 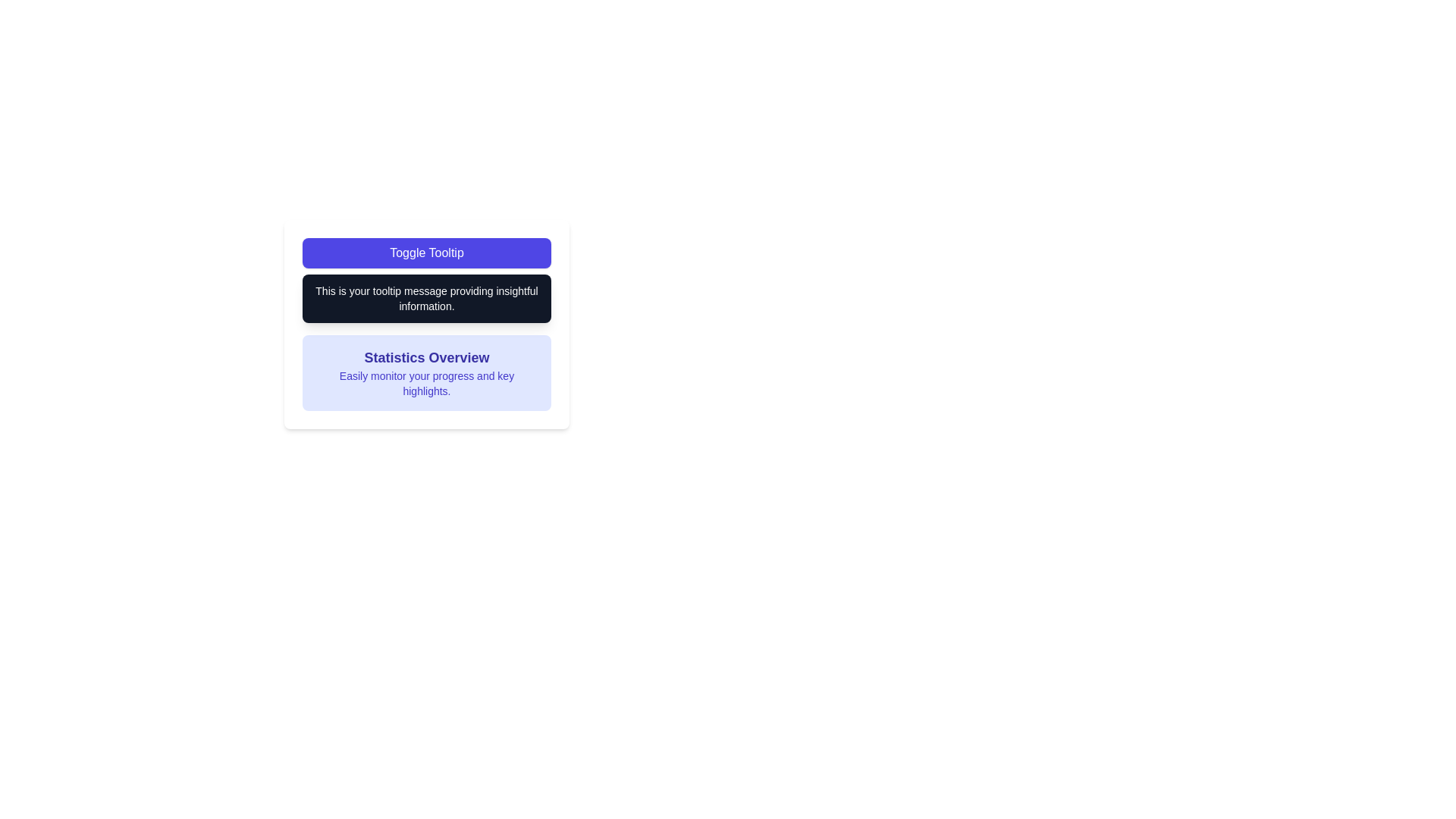 I want to click on the tooltip with a dark gray background and white text that provides insightful information, positioned below the 'Toggle Tooltip' button, so click(x=425, y=298).